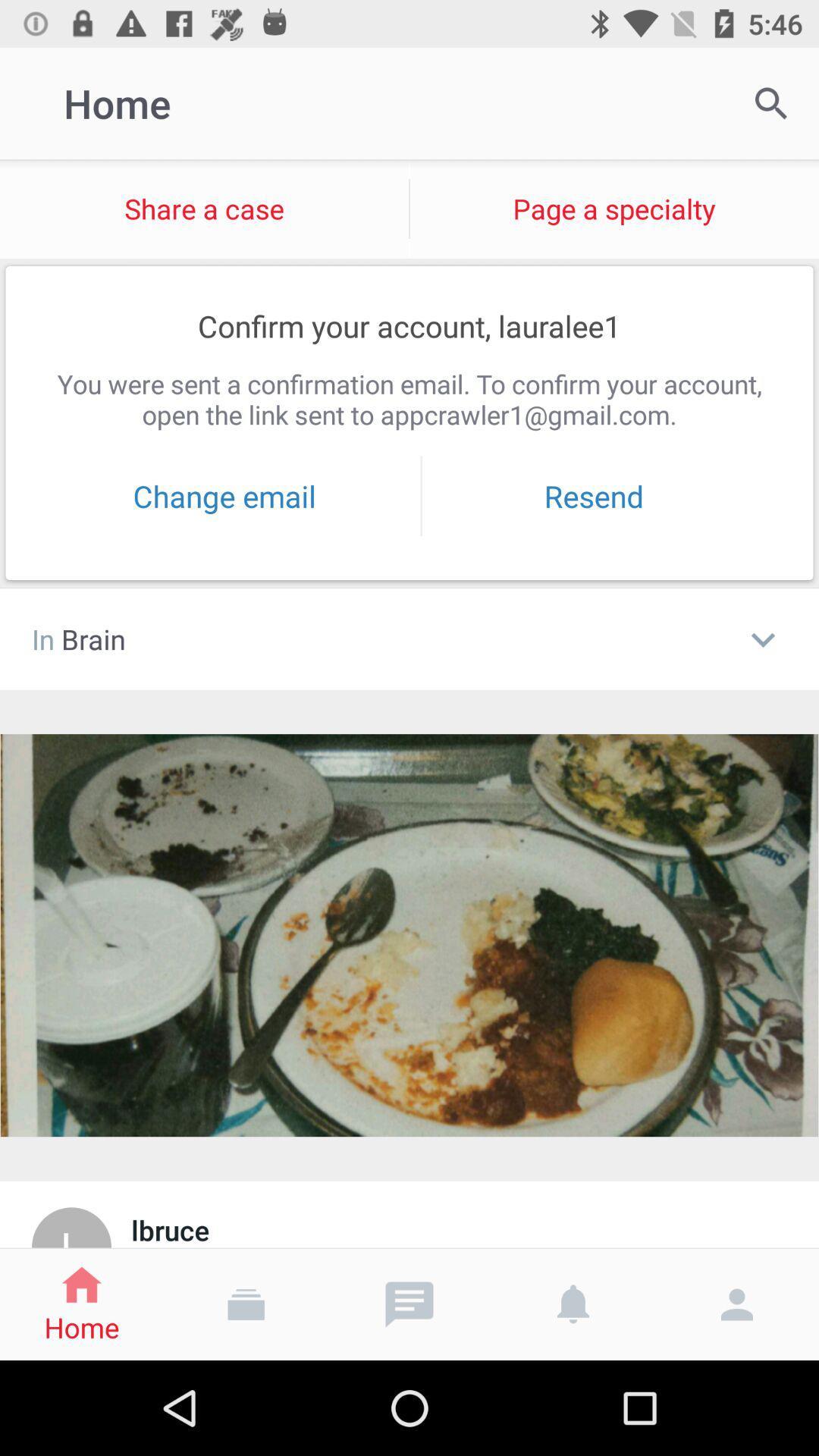 The width and height of the screenshot is (819, 1456). Describe the element at coordinates (593, 496) in the screenshot. I see `the item below the you were sent` at that location.